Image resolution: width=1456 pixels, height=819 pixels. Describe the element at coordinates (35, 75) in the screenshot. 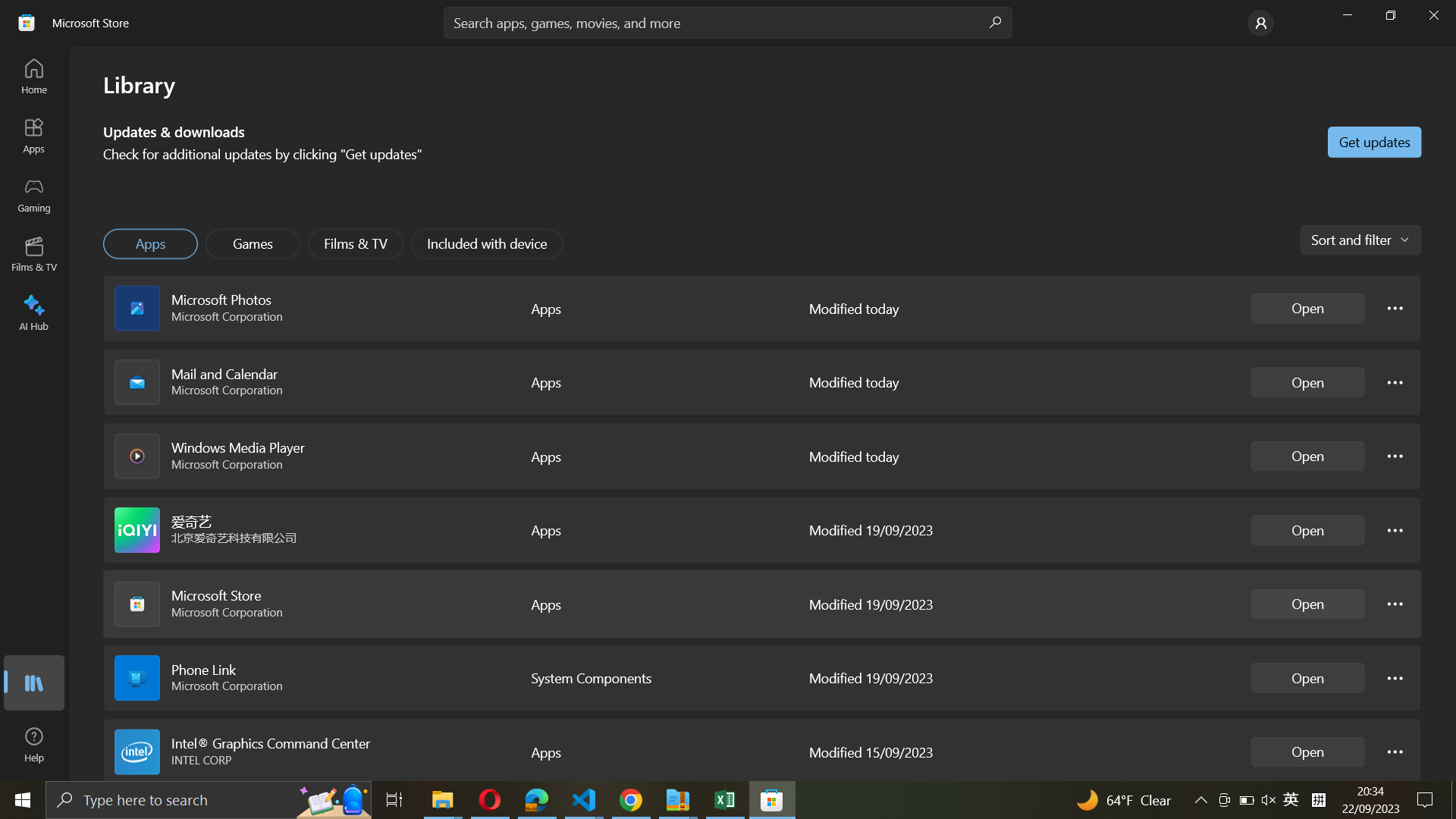

I see `the Home Page` at that location.